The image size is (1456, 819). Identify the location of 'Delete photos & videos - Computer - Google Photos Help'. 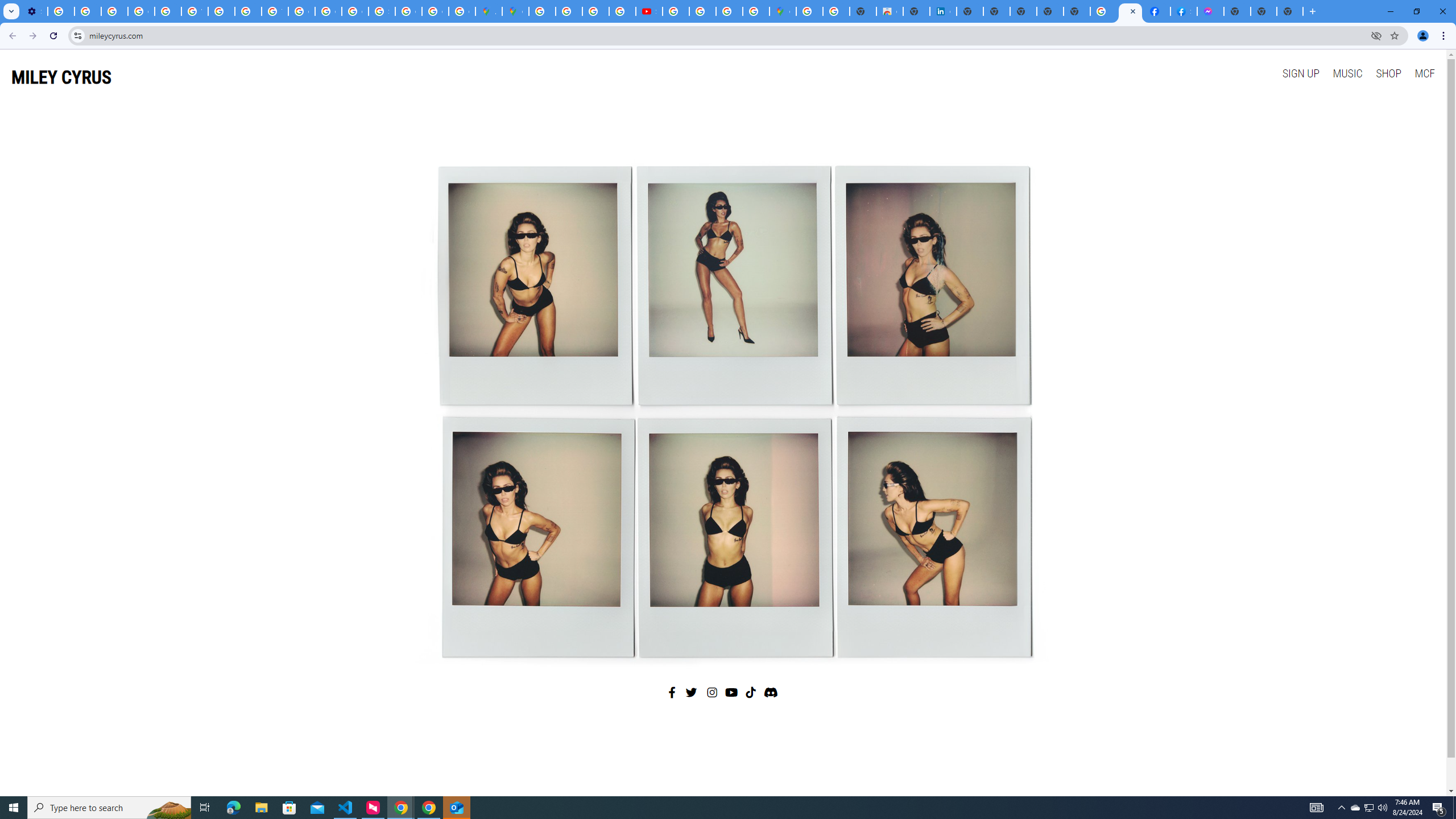
(60, 11).